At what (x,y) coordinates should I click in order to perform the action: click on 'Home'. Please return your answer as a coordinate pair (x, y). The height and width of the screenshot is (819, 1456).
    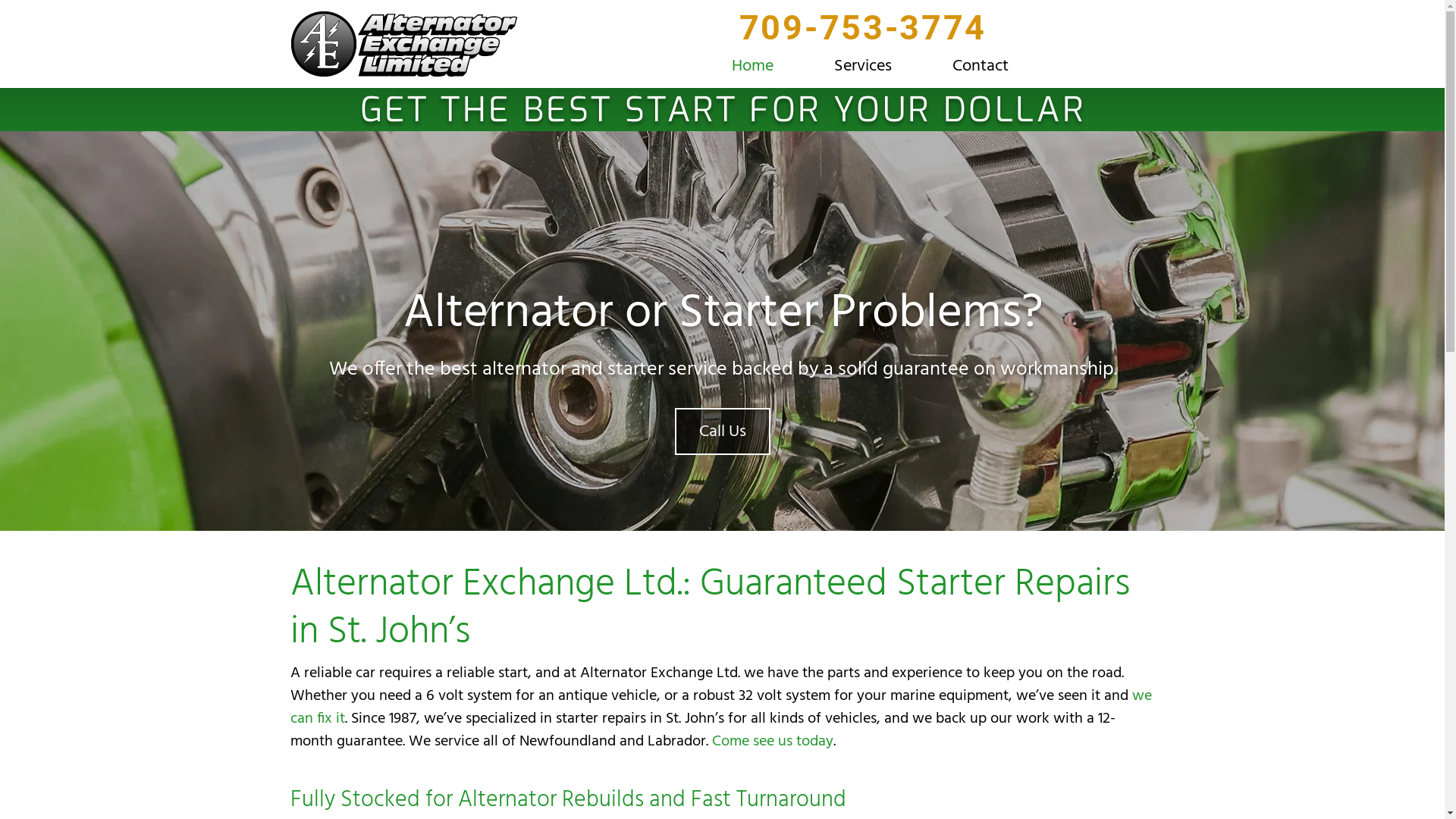
    Looking at the image, I should click on (752, 61).